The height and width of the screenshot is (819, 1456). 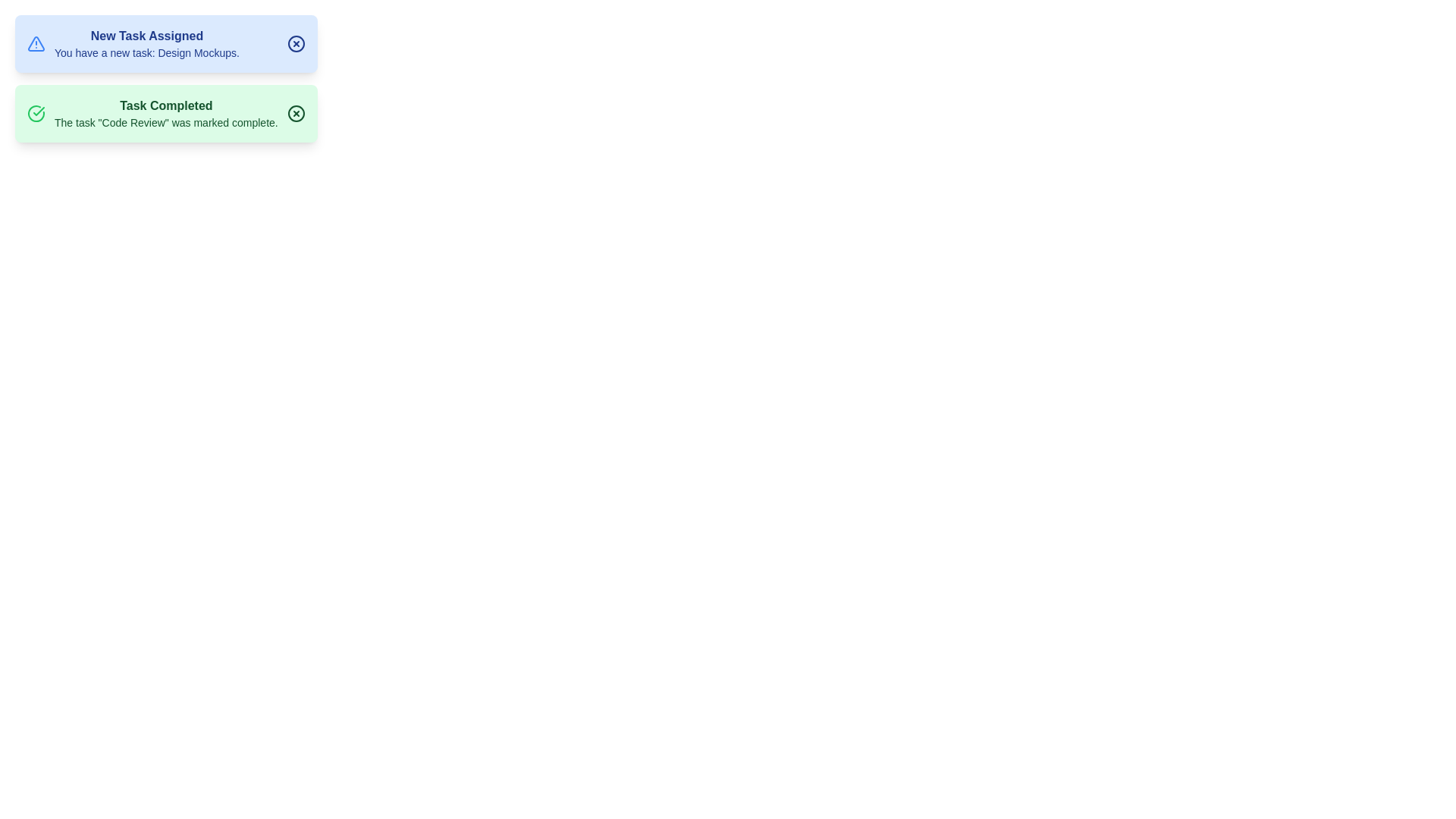 I want to click on close button for the notification titled 'New Task Assigned', so click(x=296, y=42).